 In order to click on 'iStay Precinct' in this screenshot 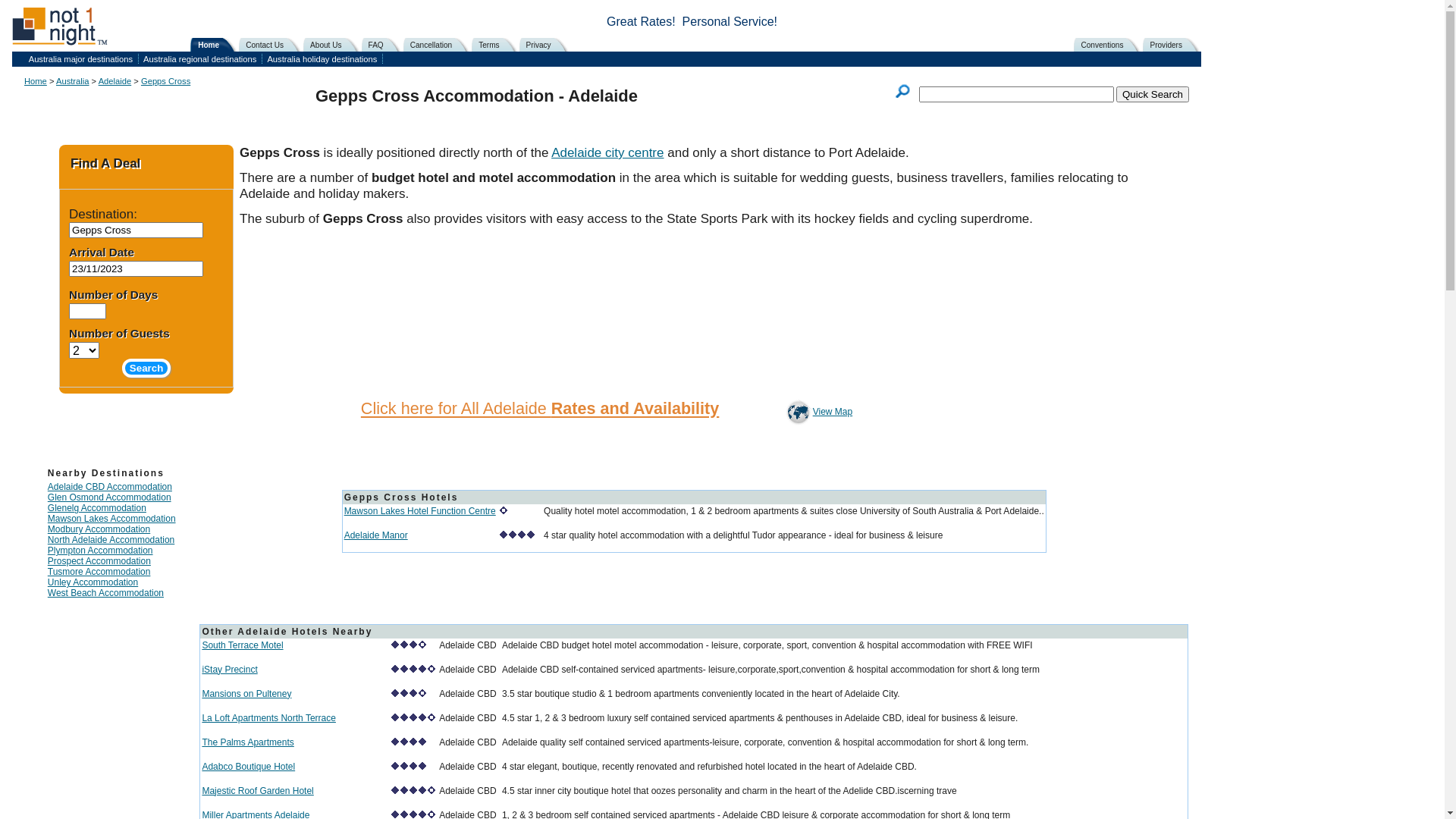, I will do `click(200, 669)`.